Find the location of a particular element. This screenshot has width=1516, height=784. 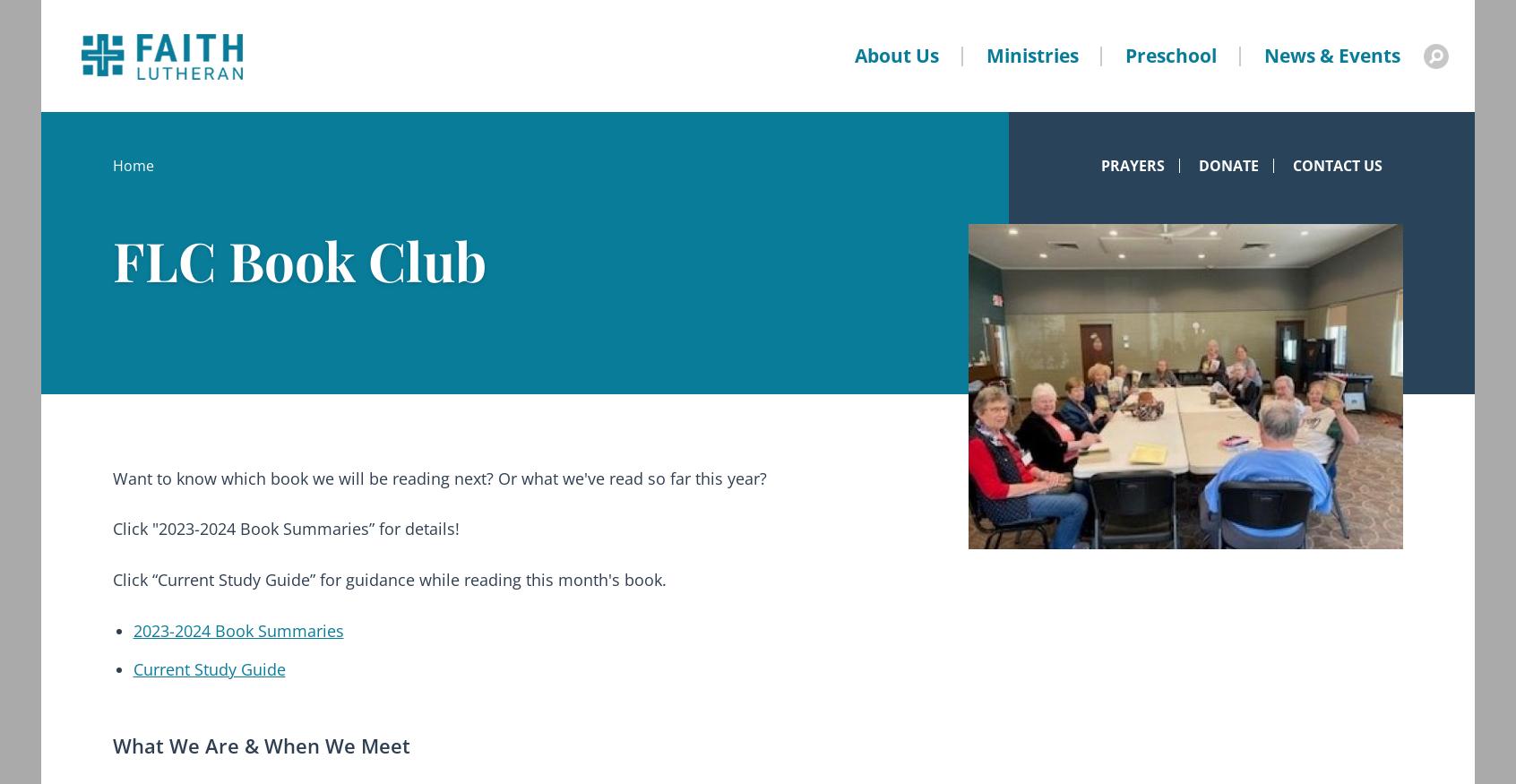

'Want to know which book we will be reading next? Or what we've read so far this year?' is located at coordinates (439, 476).